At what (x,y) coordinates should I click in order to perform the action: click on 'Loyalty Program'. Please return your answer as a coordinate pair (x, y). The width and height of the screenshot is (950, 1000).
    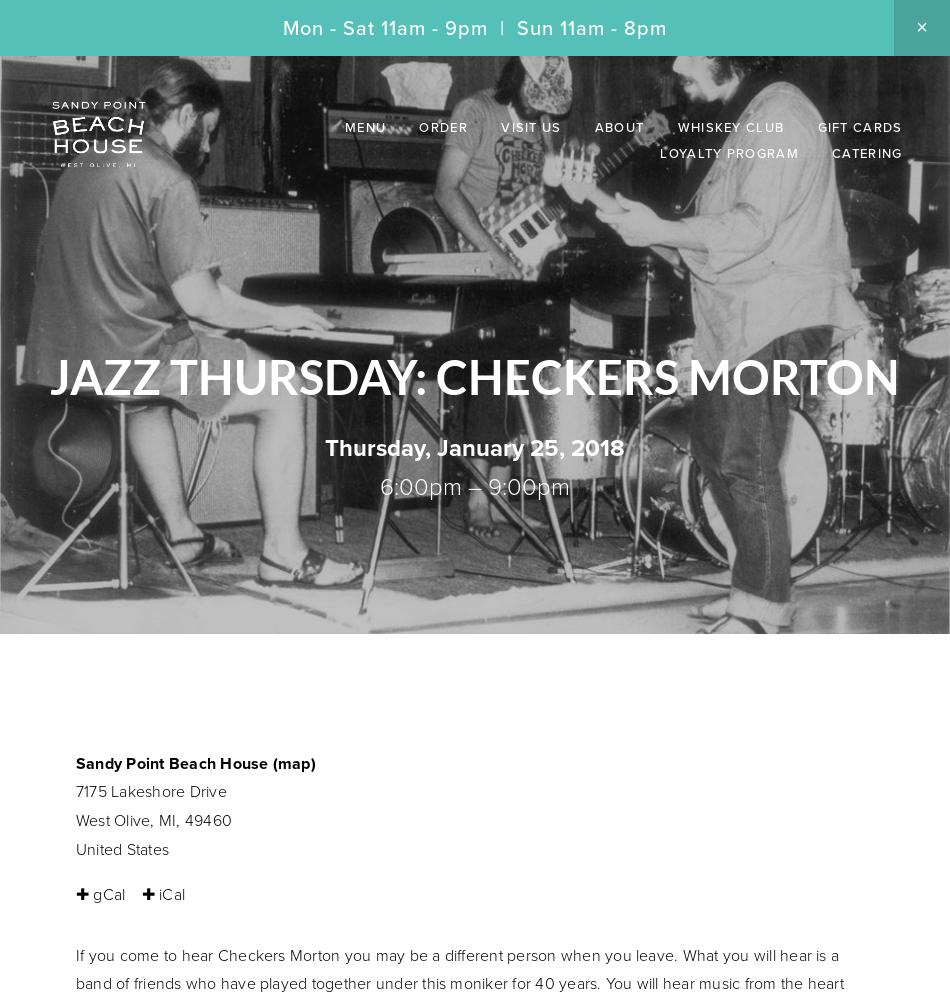
    Looking at the image, I should click on (728, 153).